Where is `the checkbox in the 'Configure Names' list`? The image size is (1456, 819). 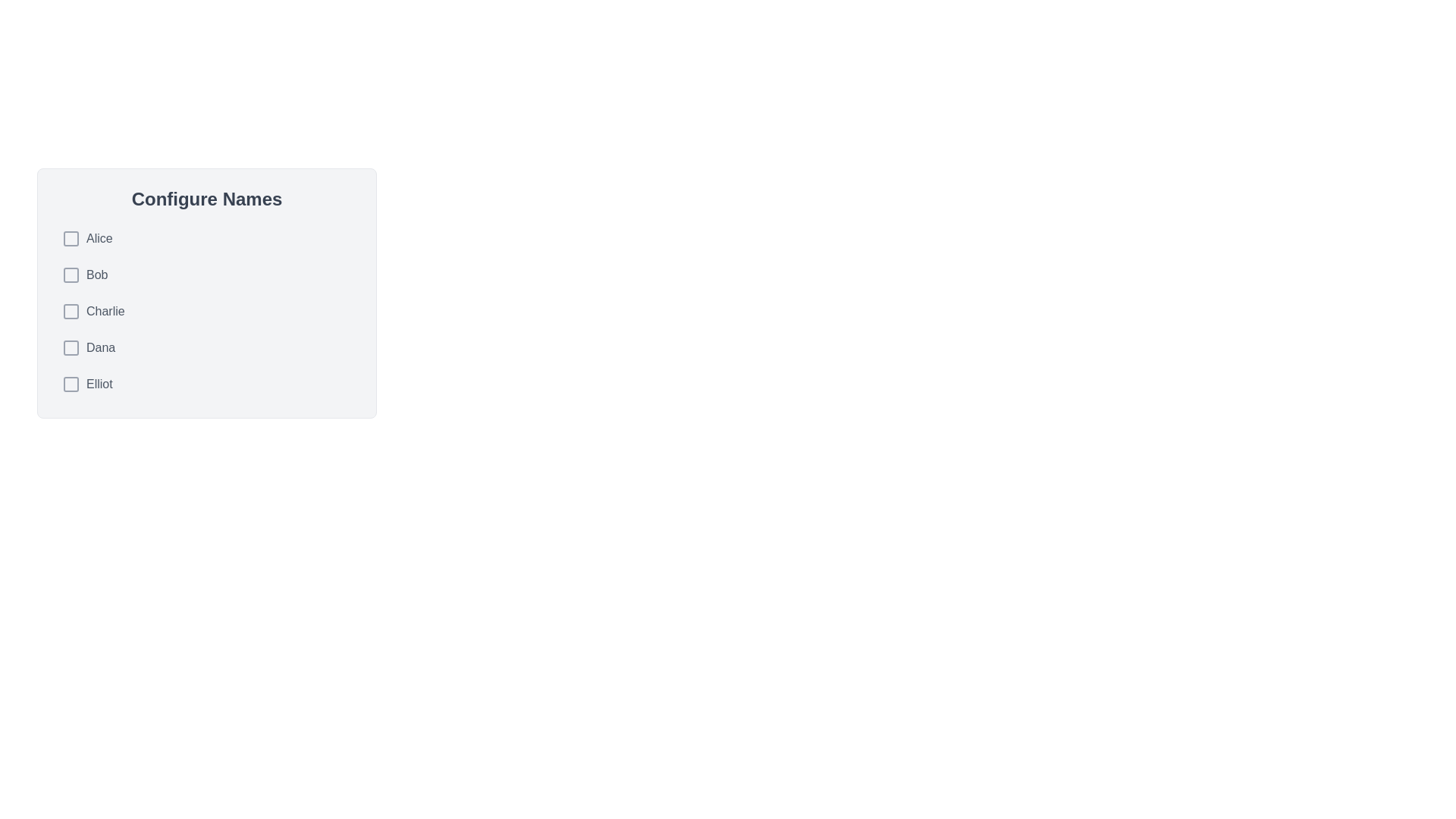 the checkbox in the 'Configure Names' list is located at coordinates (206, 311).